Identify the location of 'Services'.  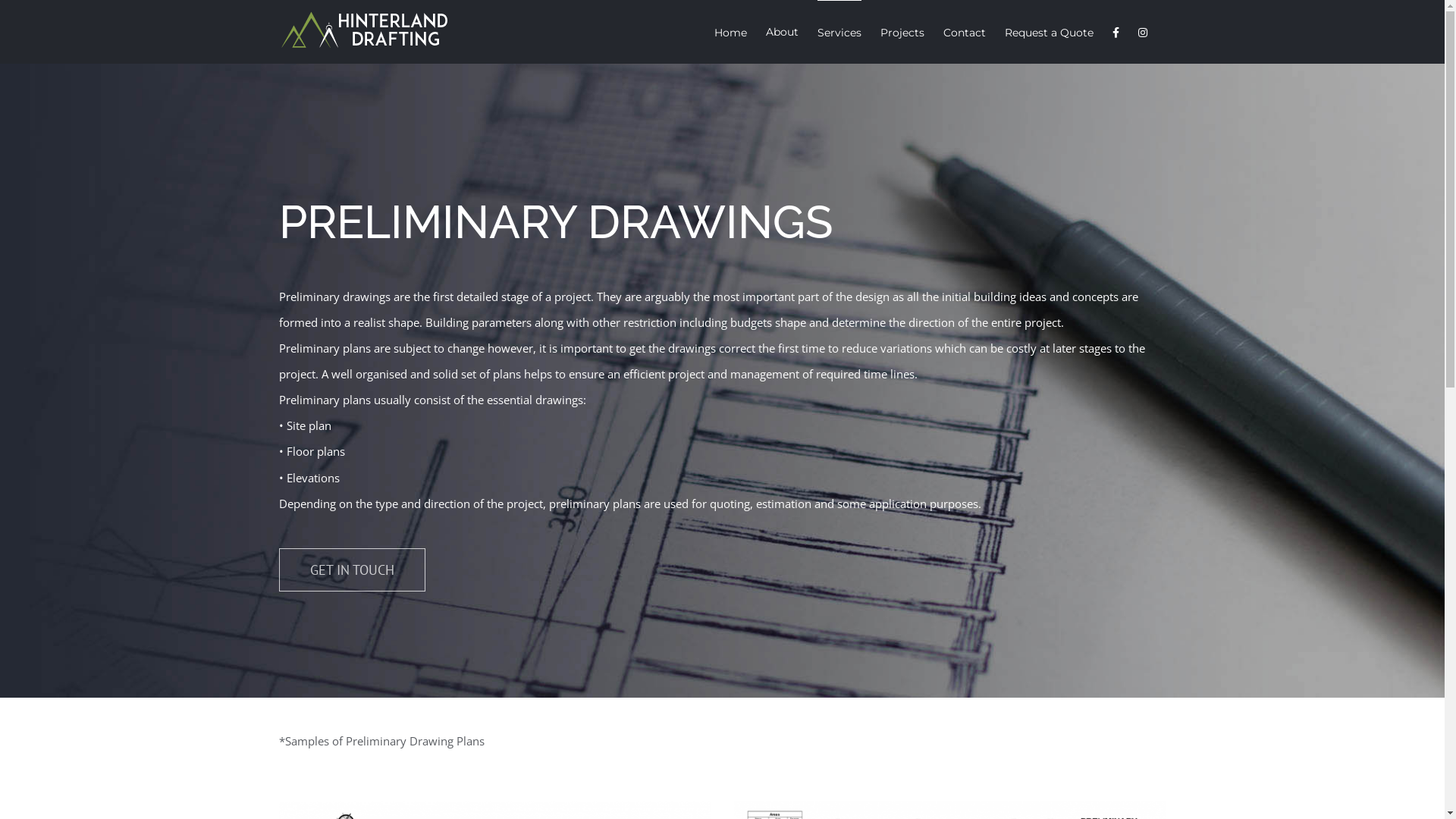
(839, 32).